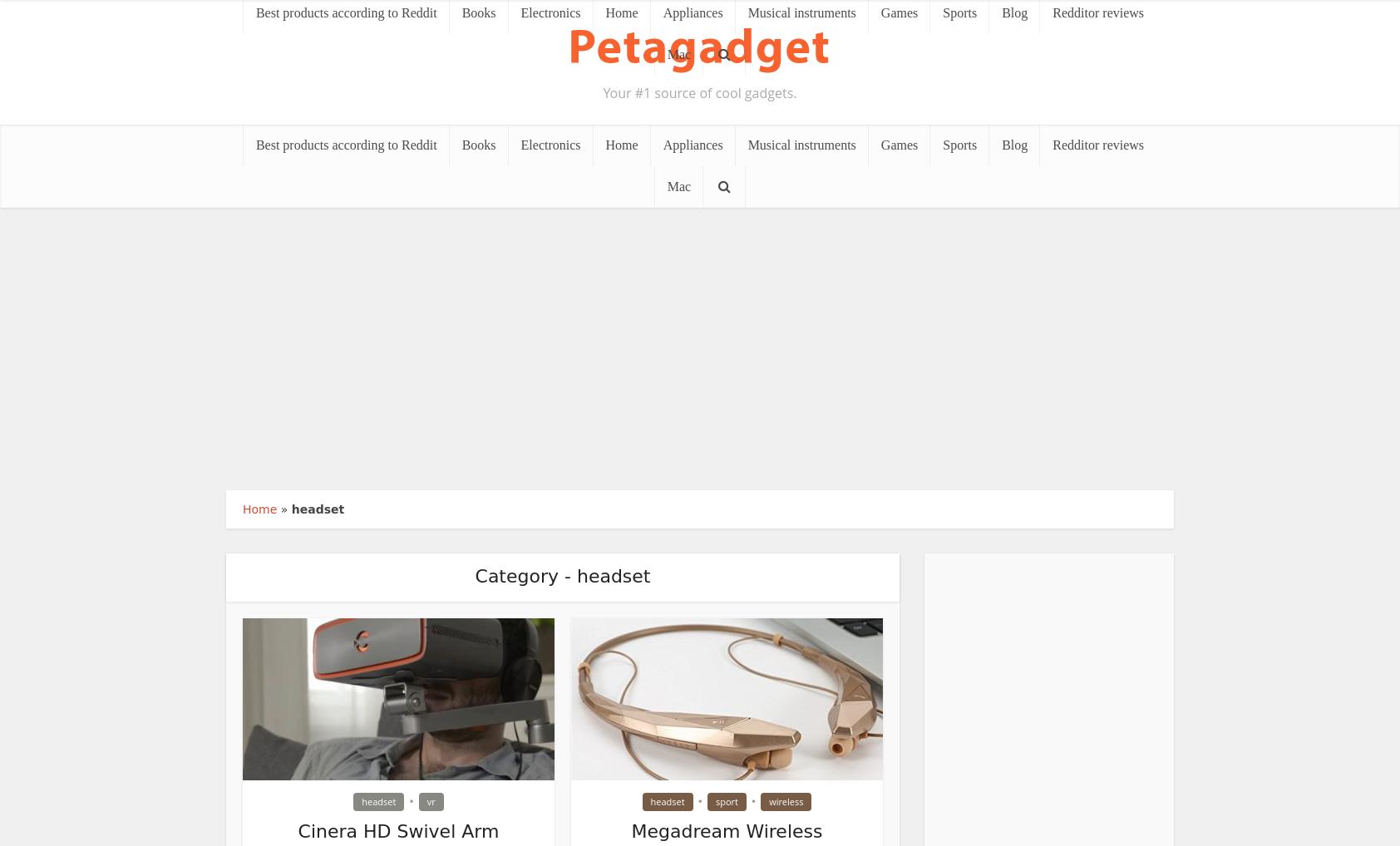  Describe the element at coordinates (1002, 145) in the screenshot. I see `'Blog'` at that location.